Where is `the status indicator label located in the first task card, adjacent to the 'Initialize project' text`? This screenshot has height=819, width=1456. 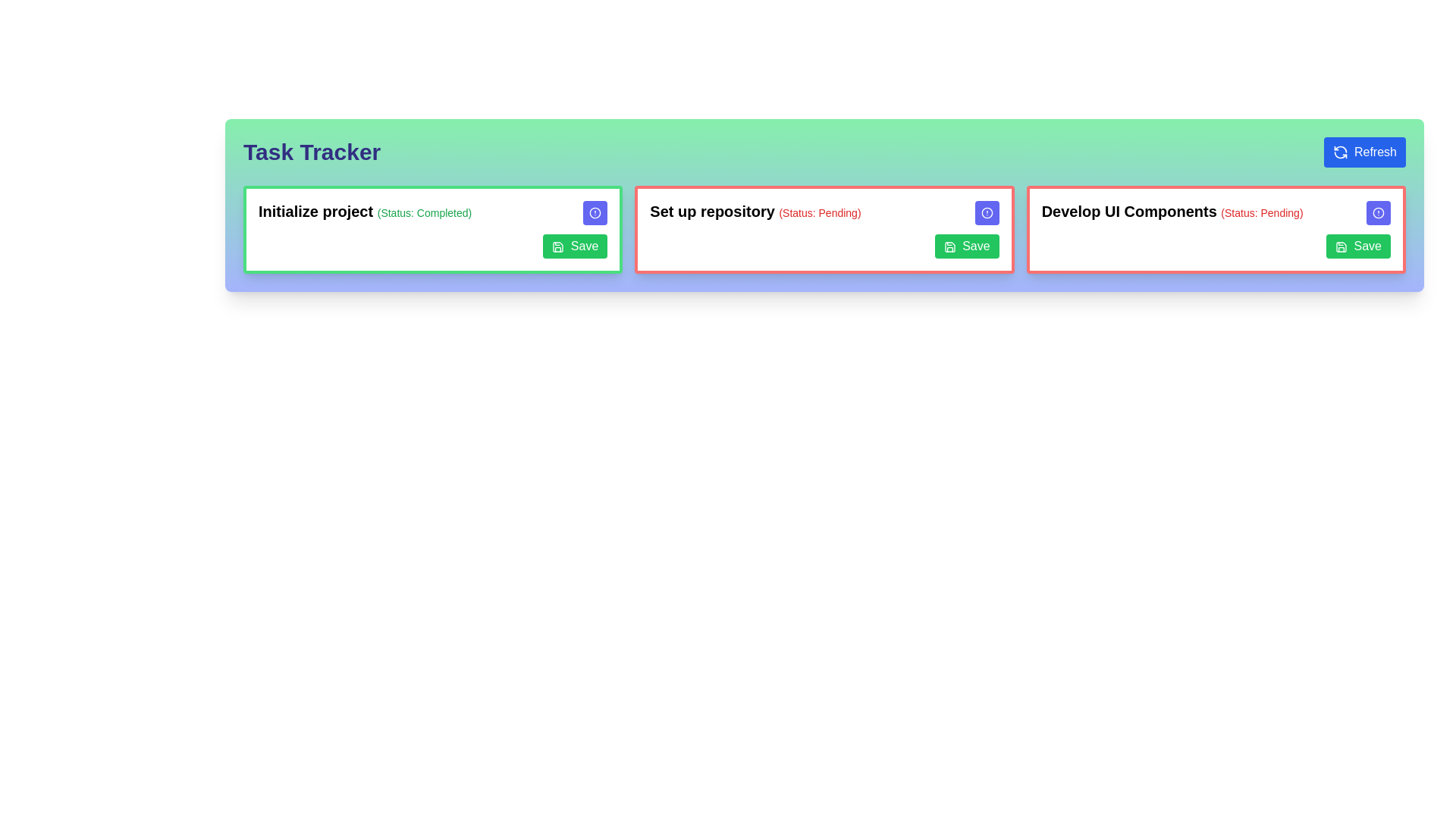 the status indicator label located in the first task card, adjacent to the 'Initialize project' text is located at coordinates (425, 213).